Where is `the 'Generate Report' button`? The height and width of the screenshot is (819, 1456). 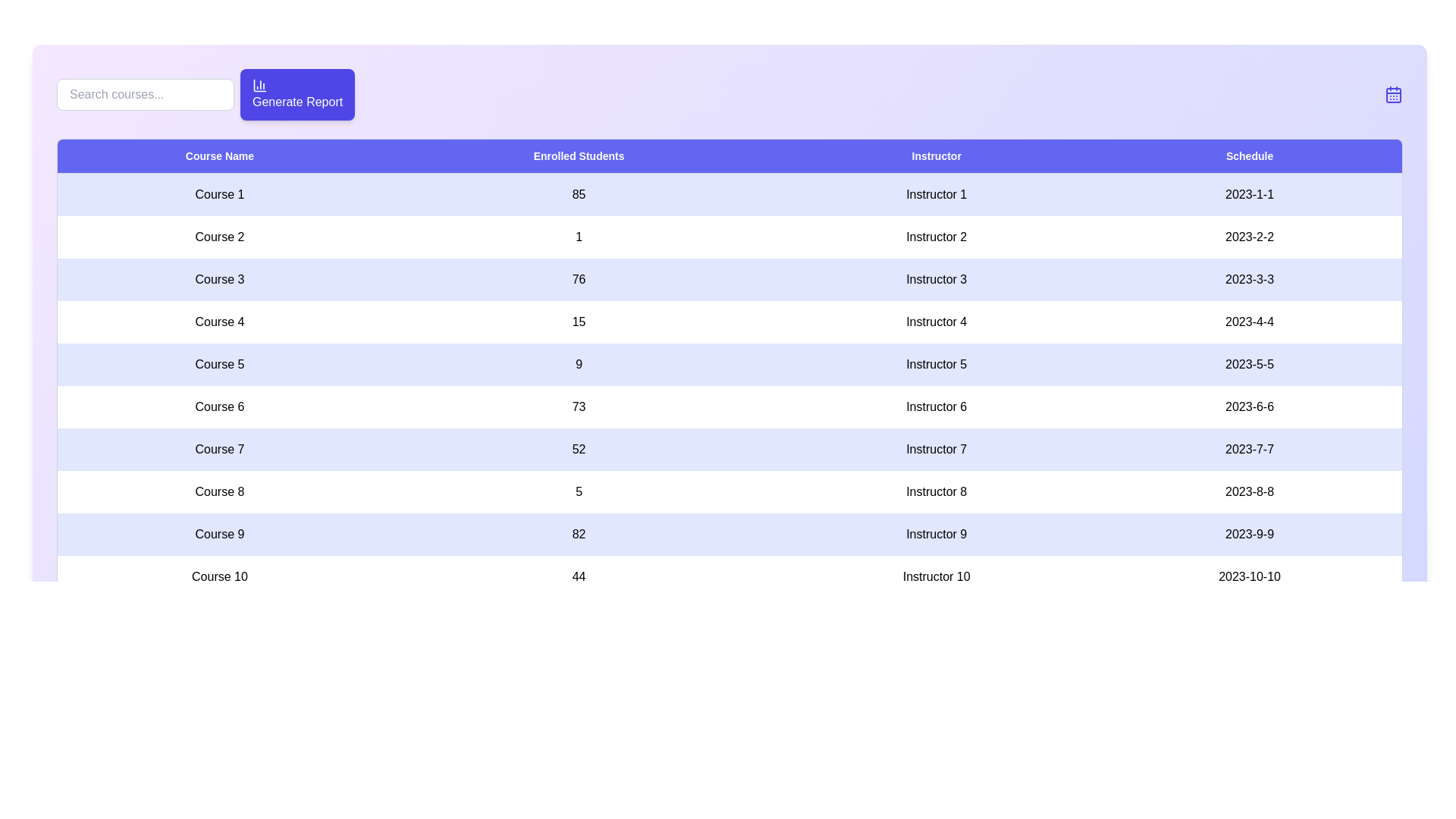 the 'Generate Report' button is located at coordinates (297, 94).